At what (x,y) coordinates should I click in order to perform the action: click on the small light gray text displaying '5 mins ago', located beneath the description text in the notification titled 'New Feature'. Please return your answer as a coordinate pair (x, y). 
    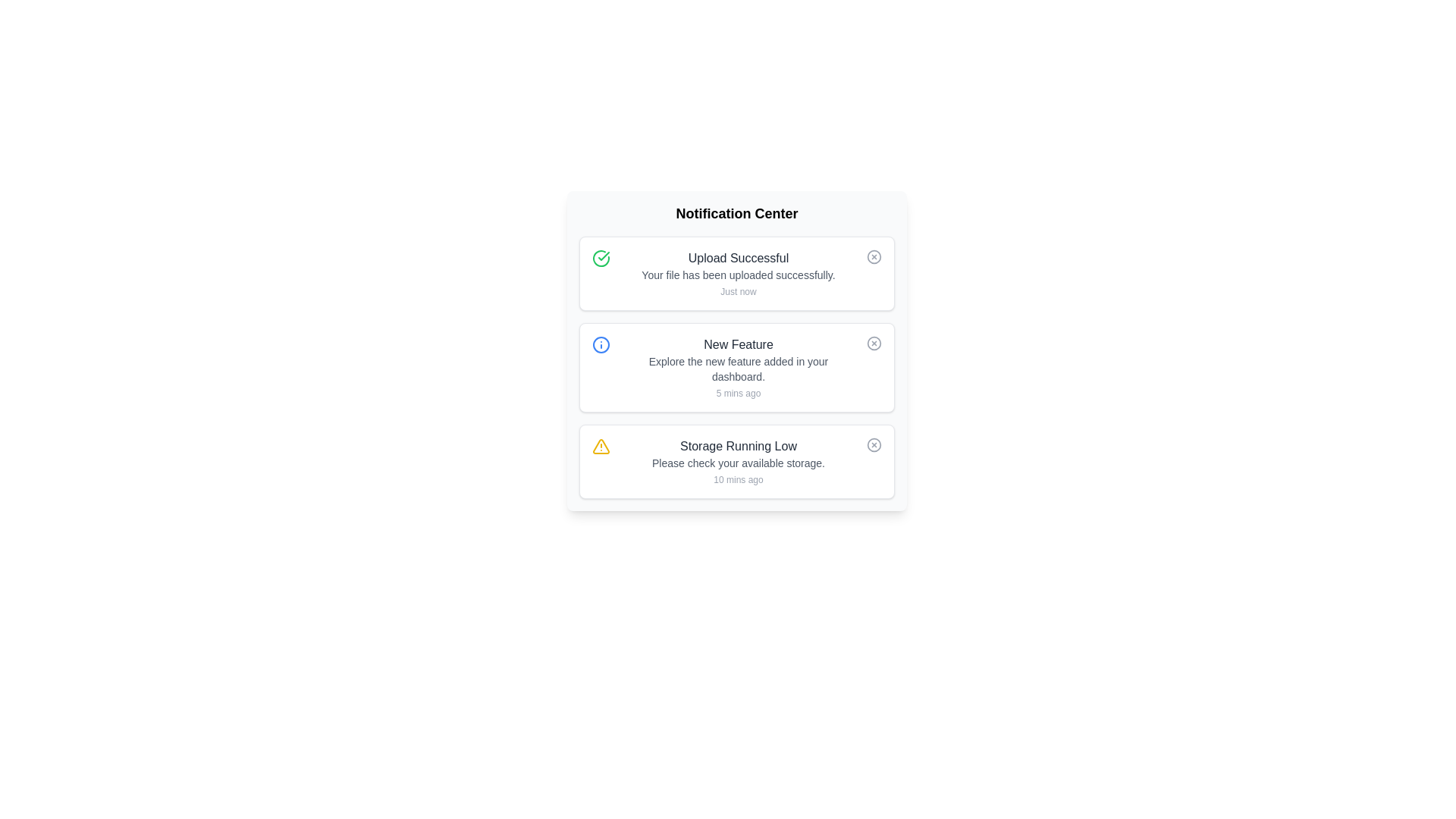
    Looking at the image, I should click on (739, 393).